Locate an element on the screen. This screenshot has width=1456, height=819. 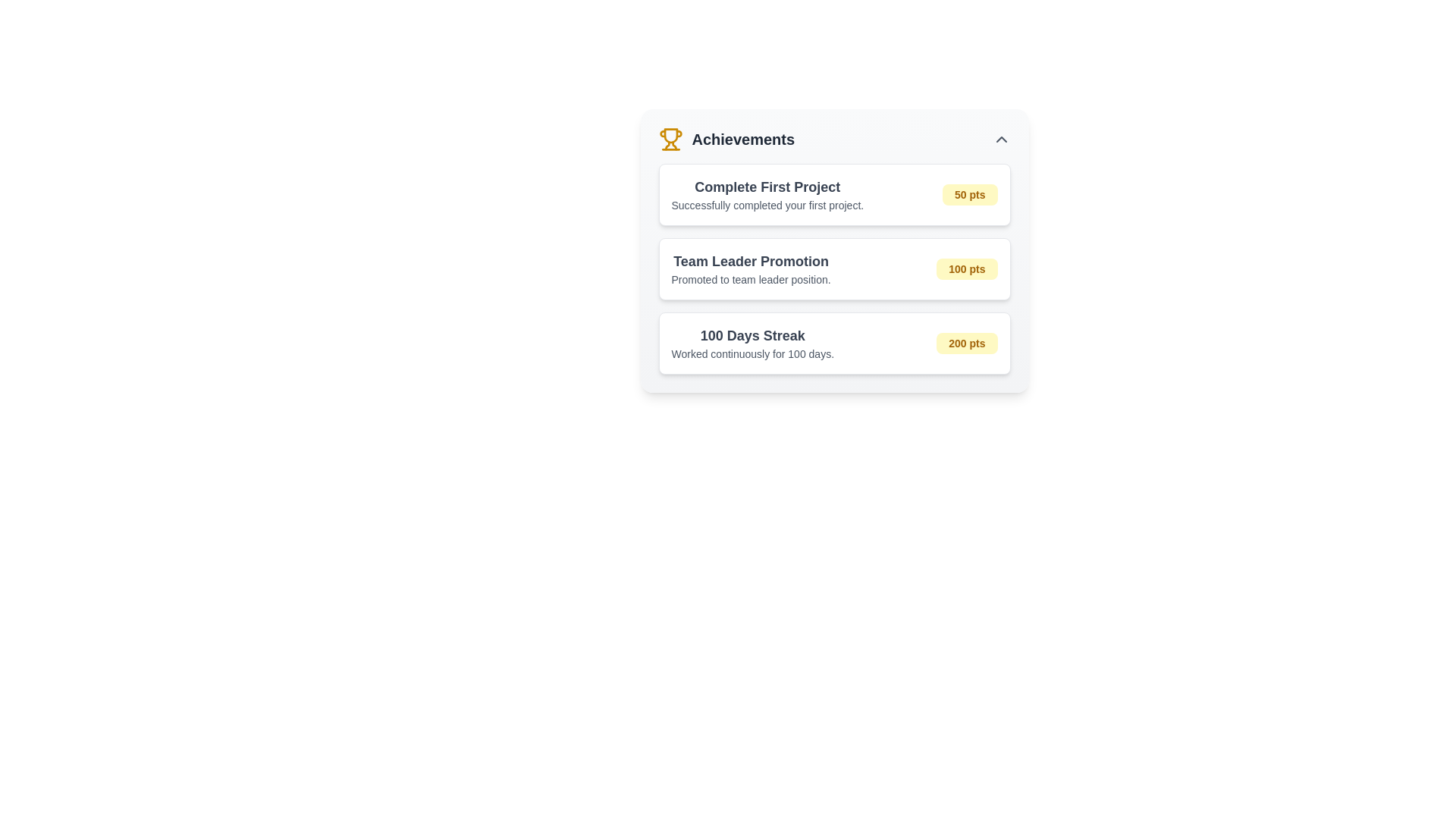
details of the achievement displayed on the Achievement card, which is the second item in the list, located between 'Complete First Project' and '100 Days Streak' is located at coordinates (833, 268).